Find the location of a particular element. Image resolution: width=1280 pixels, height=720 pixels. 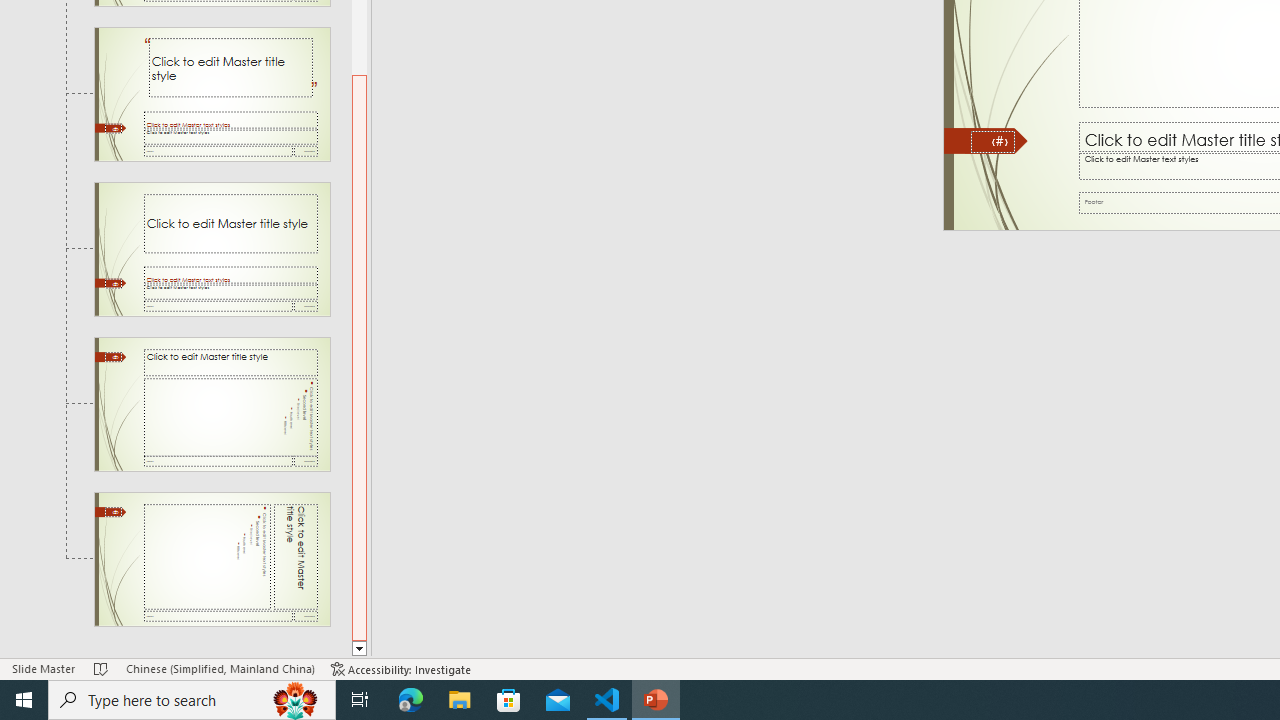

'Line down' is located at coordinates (359, 649).